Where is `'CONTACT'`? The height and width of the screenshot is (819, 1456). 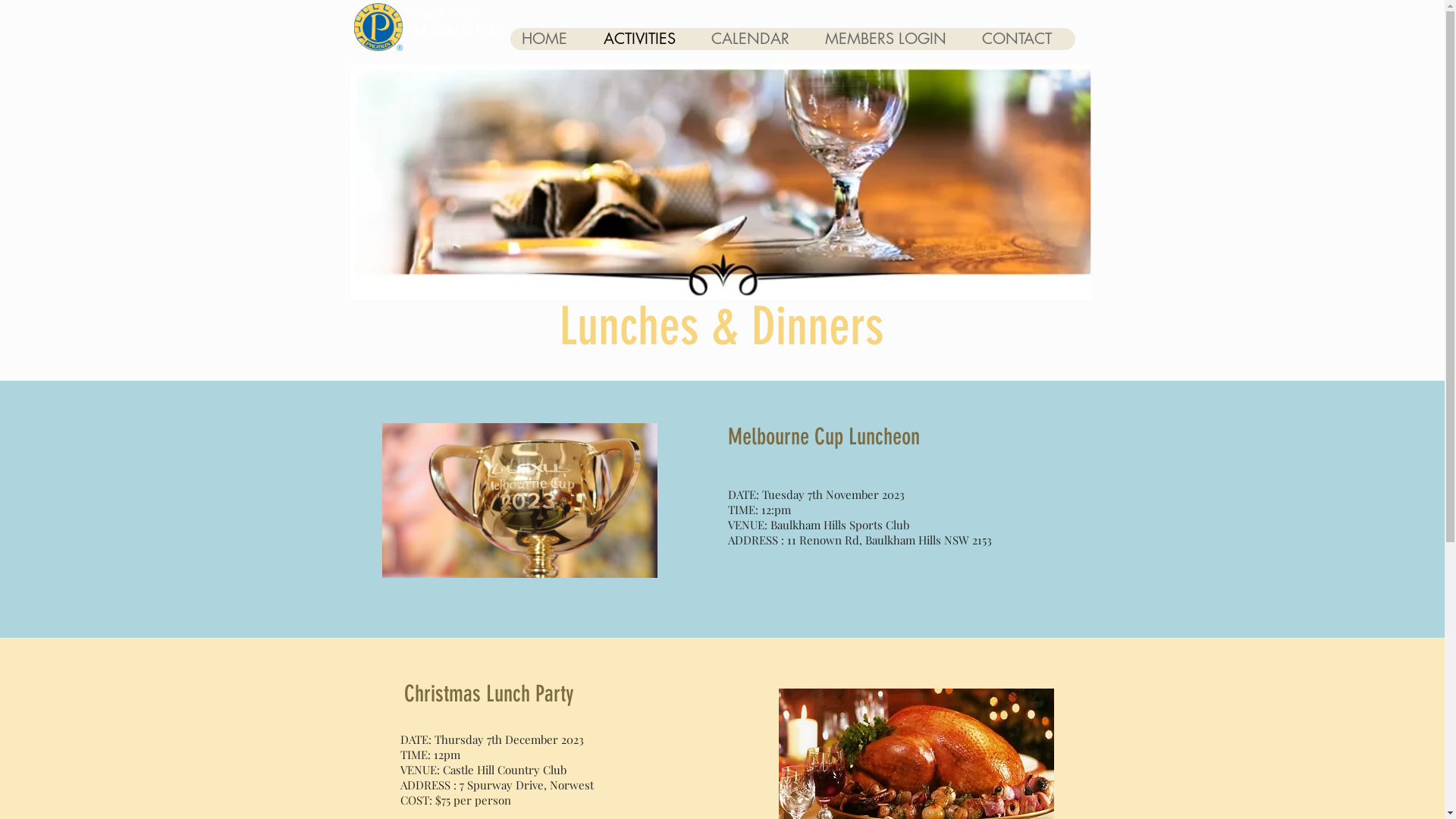 'CONTACT' is located at coordinates (1021, 38).